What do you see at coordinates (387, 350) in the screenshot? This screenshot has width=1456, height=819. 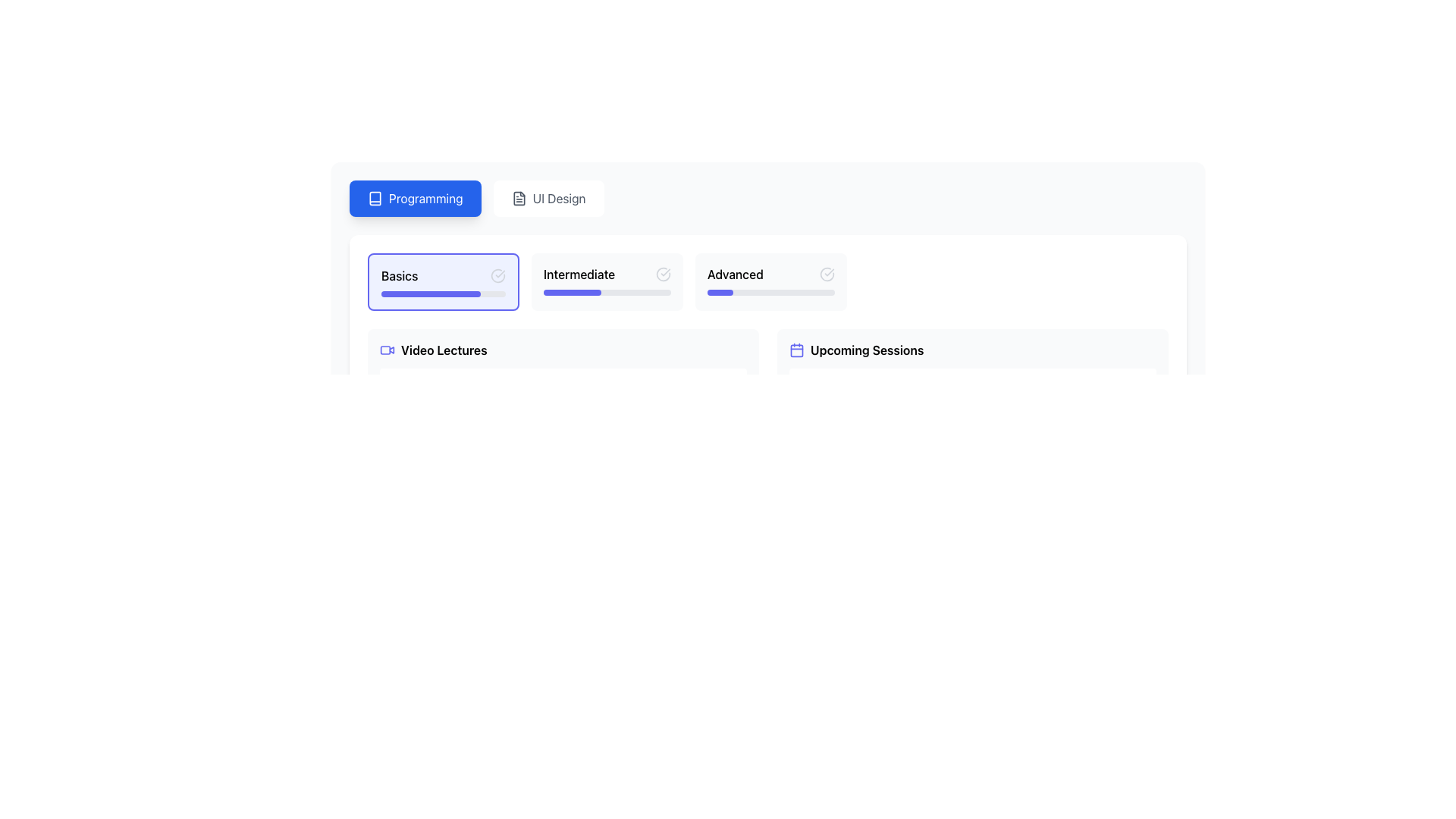 I see `the video icon which is styled in dark-indigo on a white background, located to the left of the 'Video Lectures' text in the first card-like section of the UI` at bounding box center [387, 350].